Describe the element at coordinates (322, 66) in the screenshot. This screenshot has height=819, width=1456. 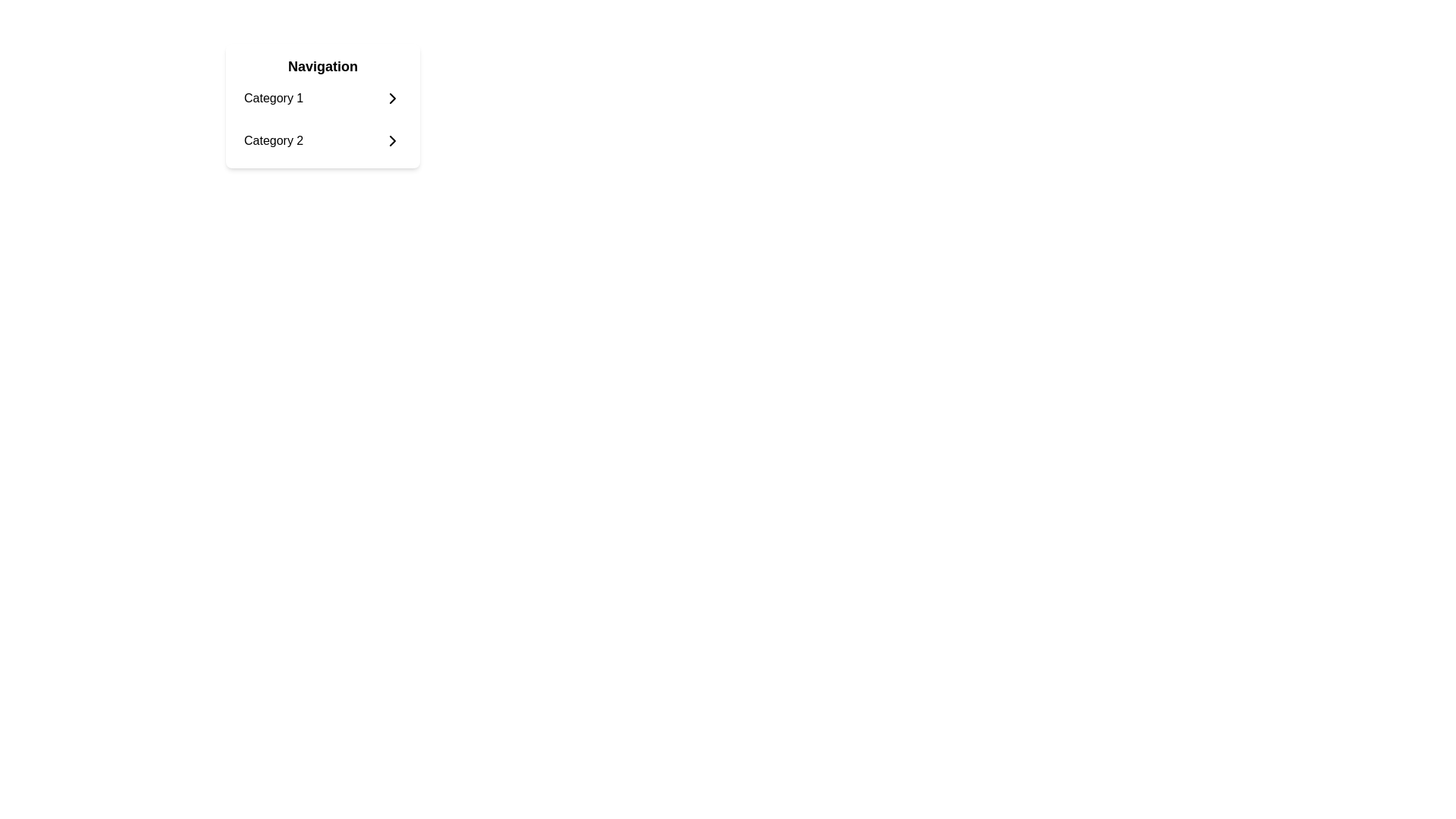
I see `the static text label that serves as a header for the associated section containing additional list items or categories, located at the top of a white card` at that location.